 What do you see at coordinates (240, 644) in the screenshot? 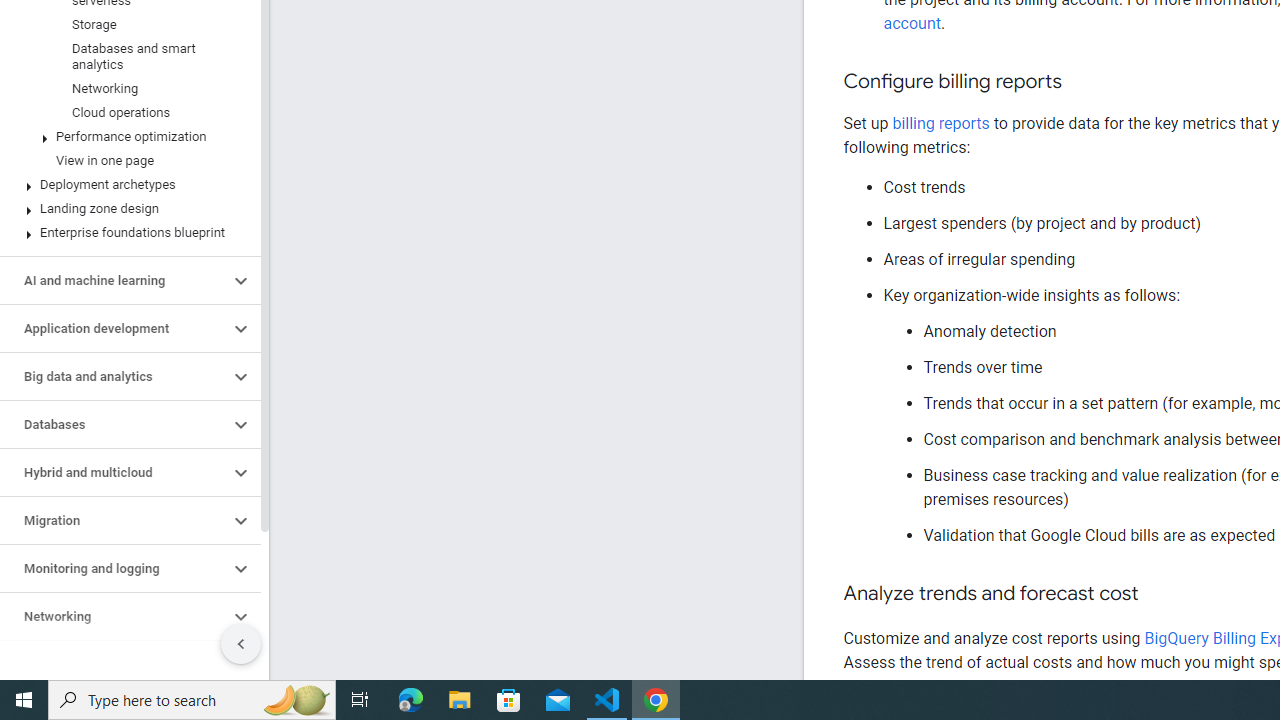
I see `'Hide side navigation'` at bounding box center [240, 644].